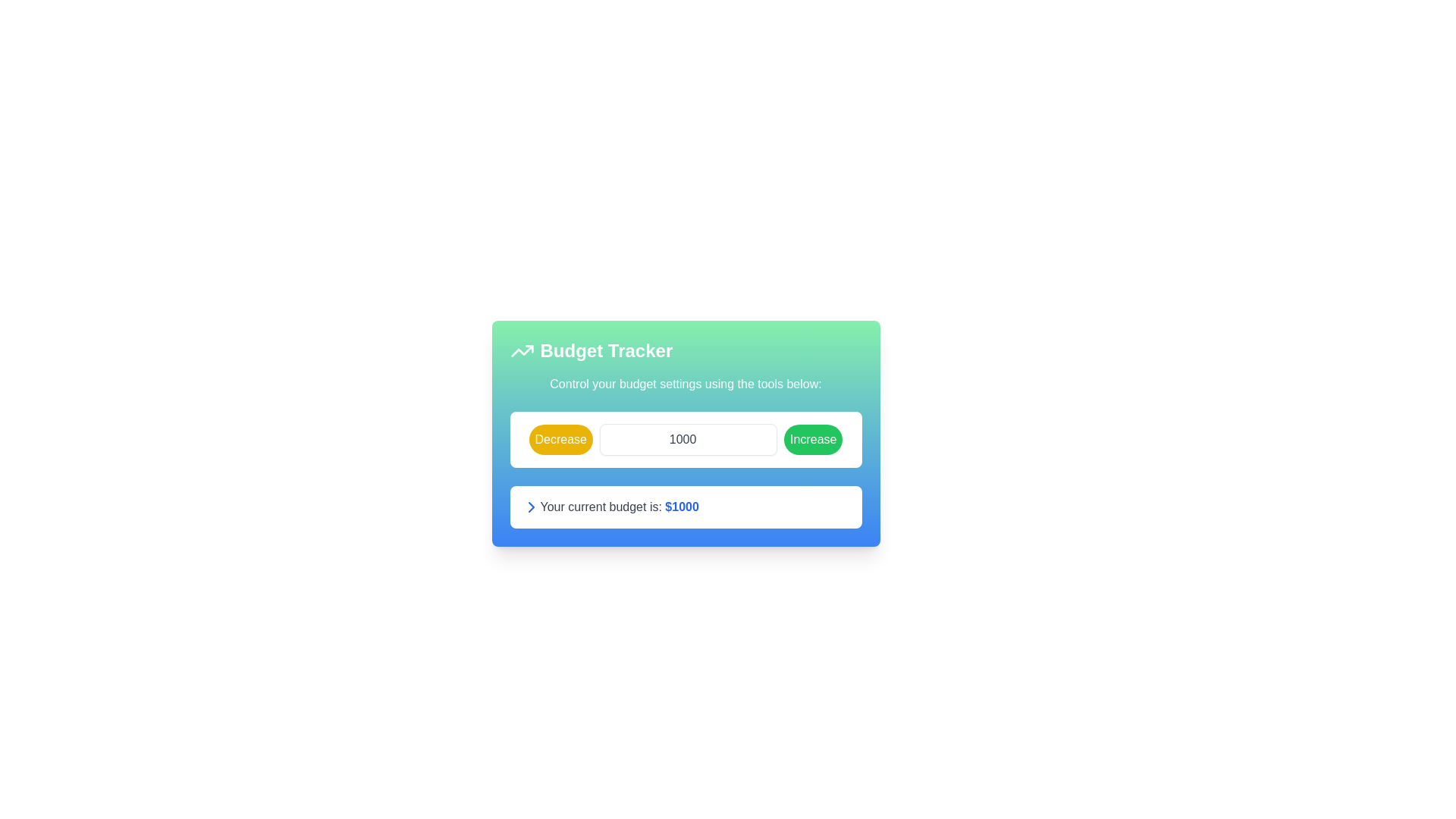 The width and height of the screenshot is (1456, 819). I want to click on the label providing textual guidance in the 'Budget Tracker' panel, which is located directly below the heading and above the budget adjustment tools, so click(685, 383).